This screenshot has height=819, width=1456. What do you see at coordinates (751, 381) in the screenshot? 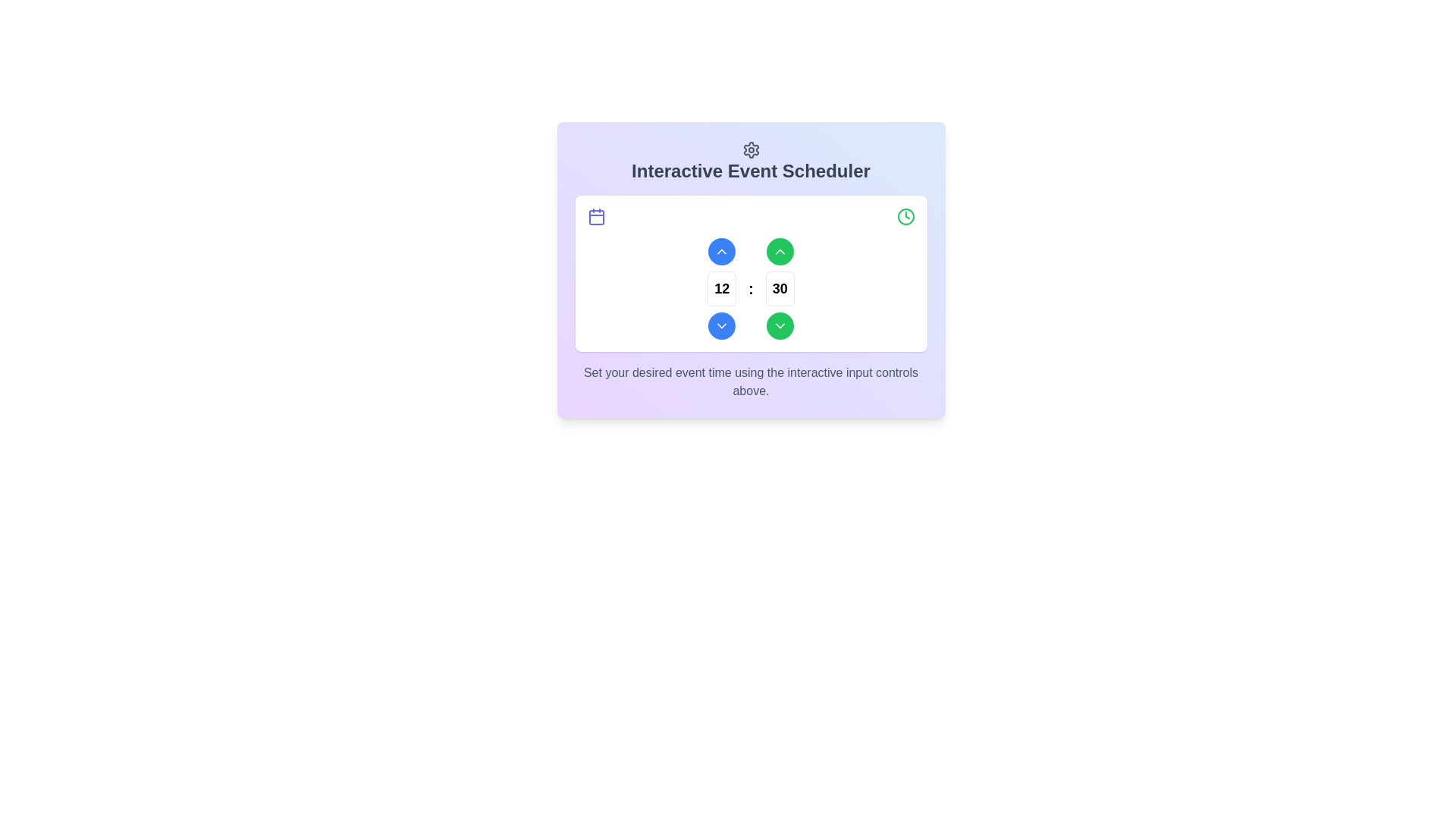
I see `instructional text element that provides guidance on setting the desired event time, which is styled with a gray font on a light gradient background and located below the time input interface` at bounding box center [751, 381].